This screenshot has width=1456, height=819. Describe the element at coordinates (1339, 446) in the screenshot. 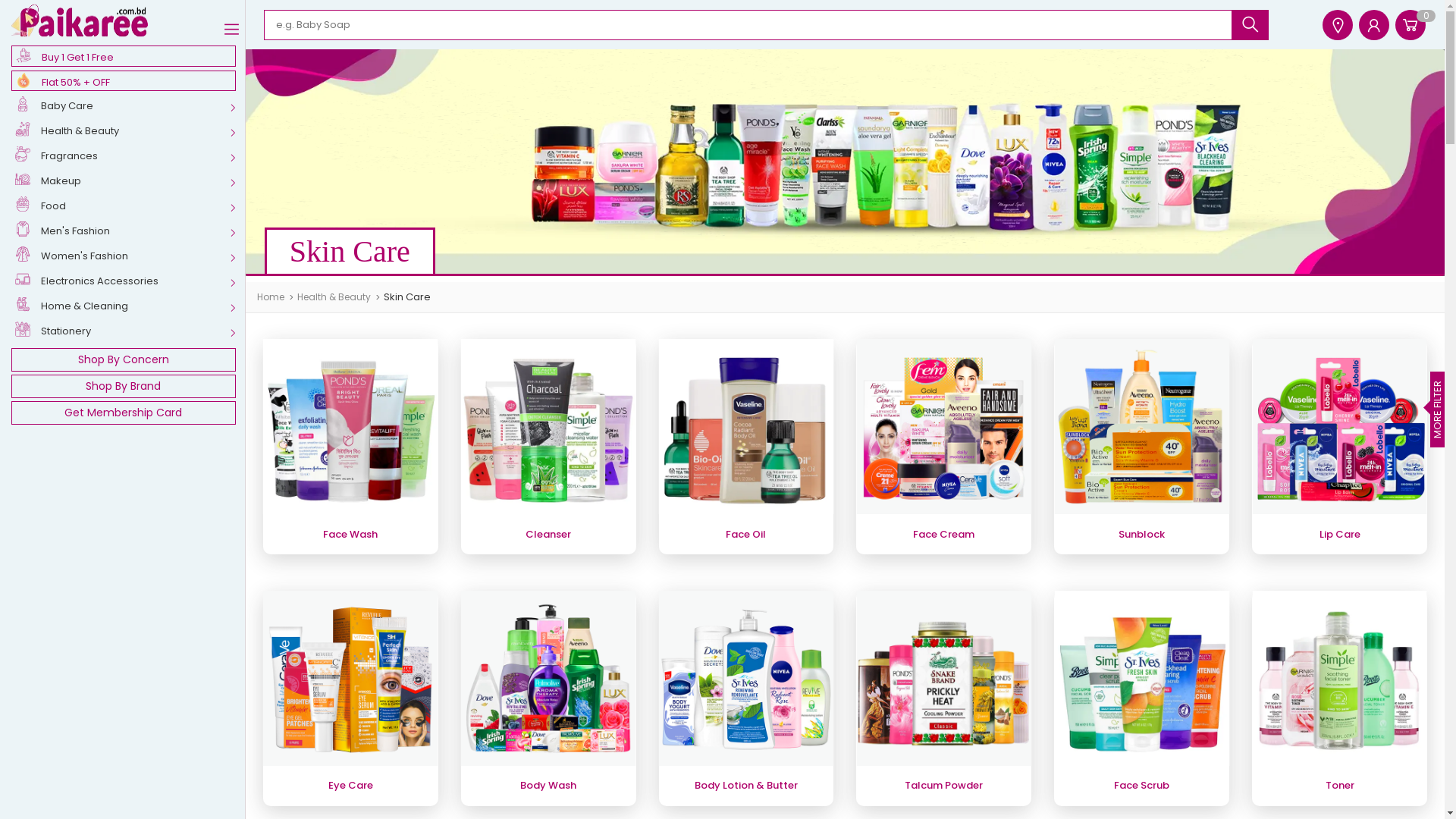

I see `'Lip Care'` at that location.